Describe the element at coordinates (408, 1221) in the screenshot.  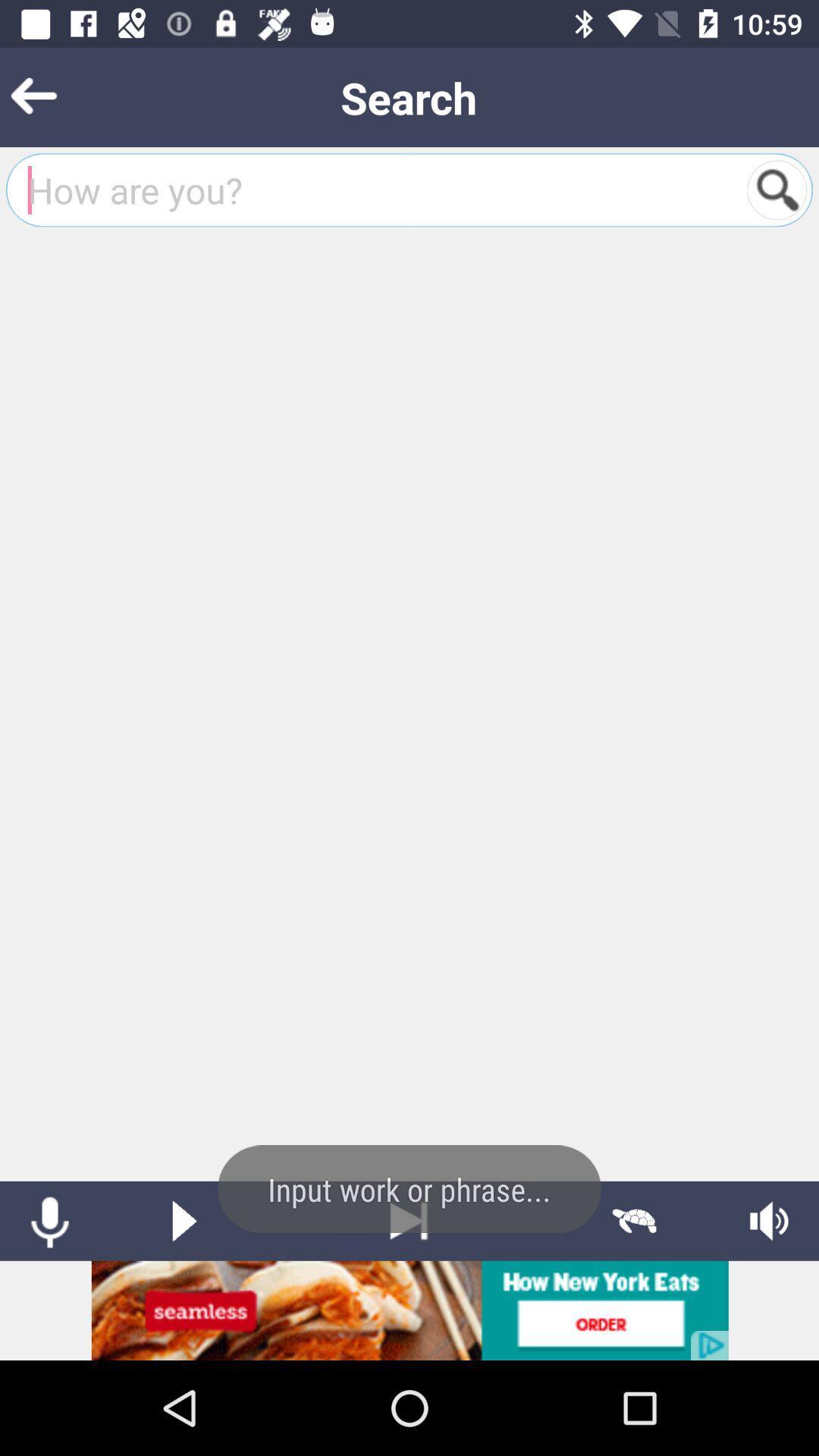
I see `next option` at that location.